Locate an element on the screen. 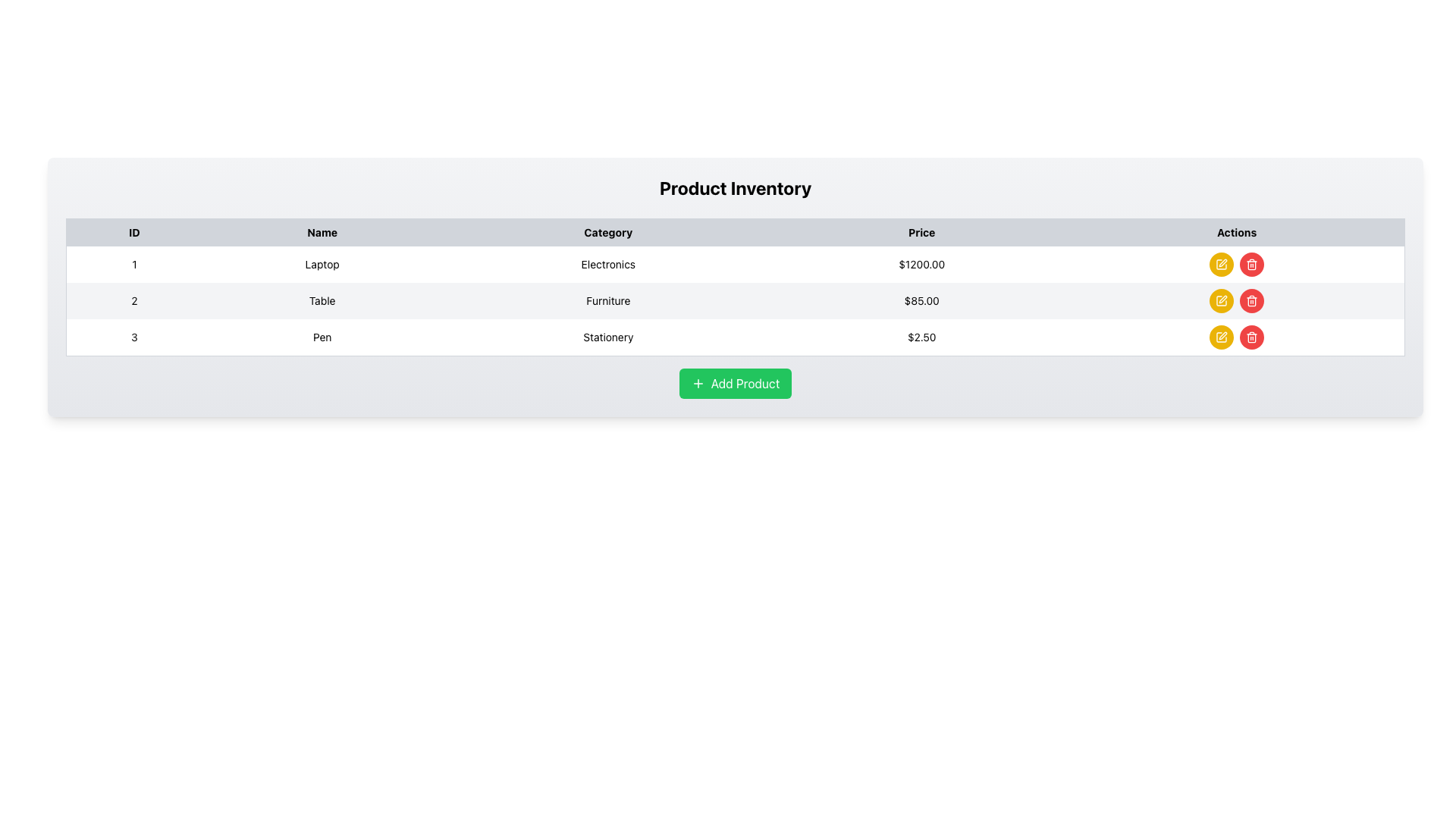 Image resolution: width=1456 pixels, height=819 pixels. the Text Display element that shows the product category in the first row of the table, located under the 'Category' header, between 'Laptop' and '$1200.00' is located at coordinates (608, 263).